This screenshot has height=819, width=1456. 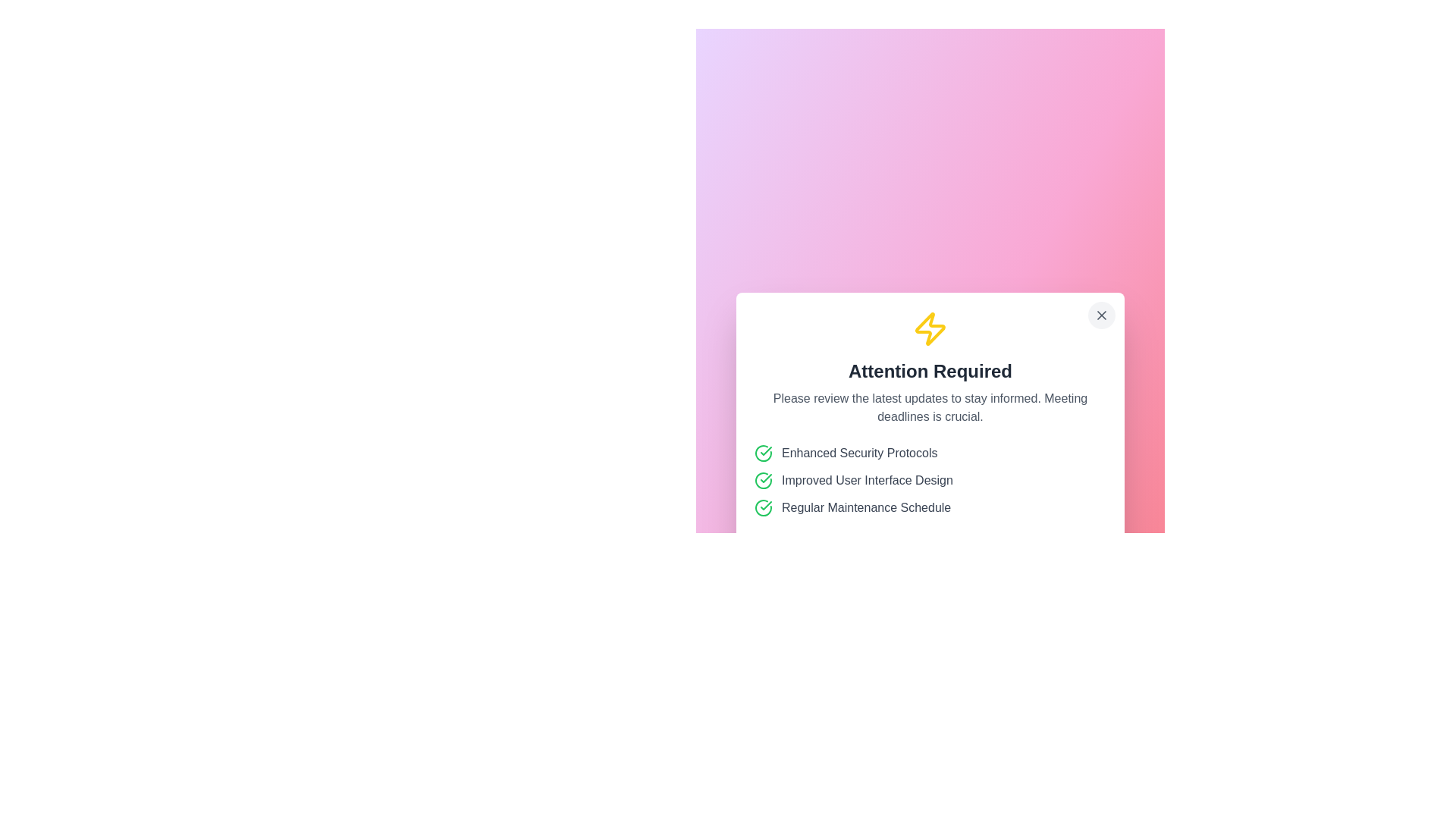 I want to click on the status indicated by the green checkmark icon, which represents a successful state within the visual group of icons, so click(x=766, y=450).